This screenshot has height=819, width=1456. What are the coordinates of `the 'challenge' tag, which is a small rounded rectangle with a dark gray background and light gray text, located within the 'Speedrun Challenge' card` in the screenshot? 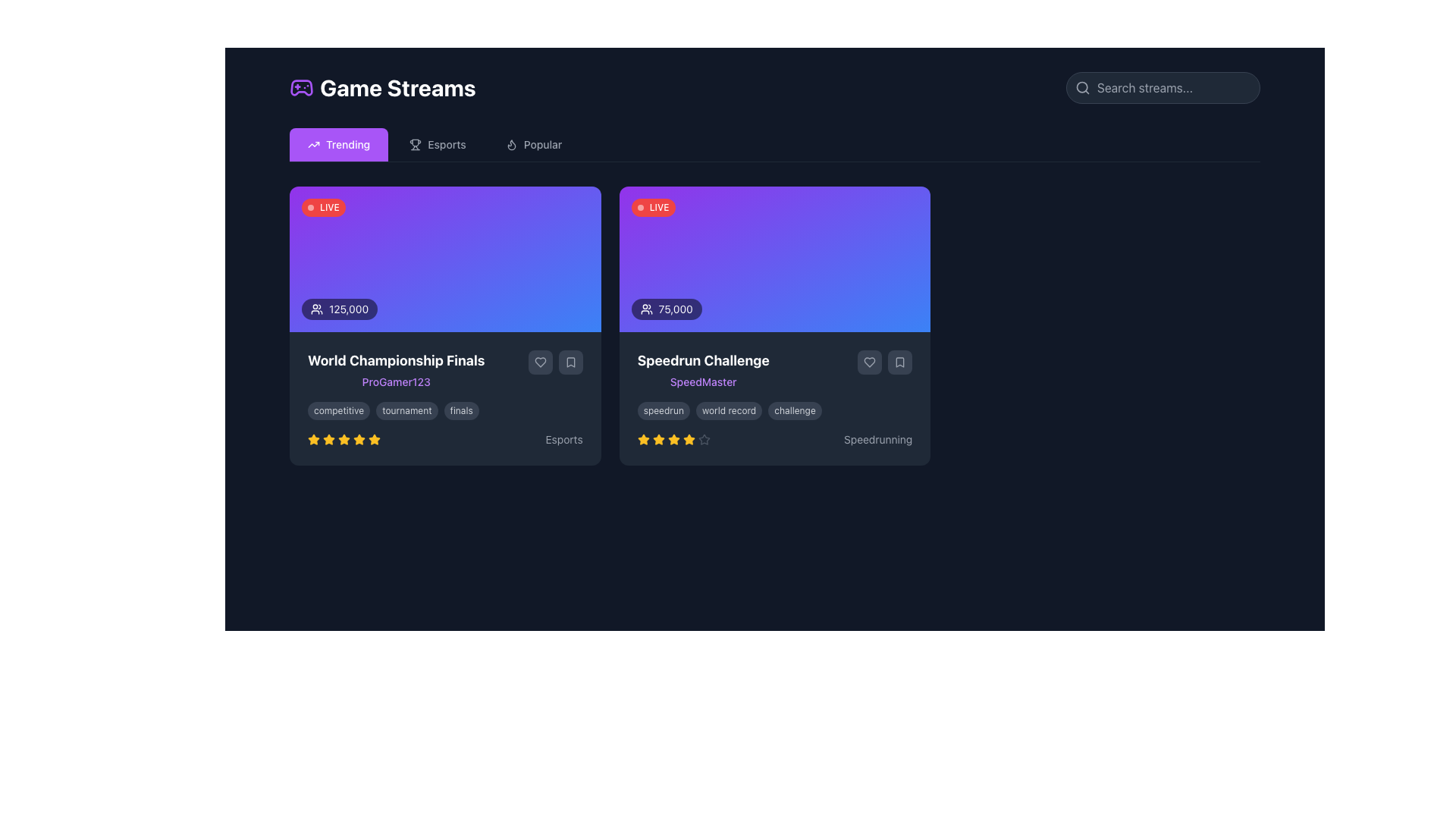 It's located at (794, 411).